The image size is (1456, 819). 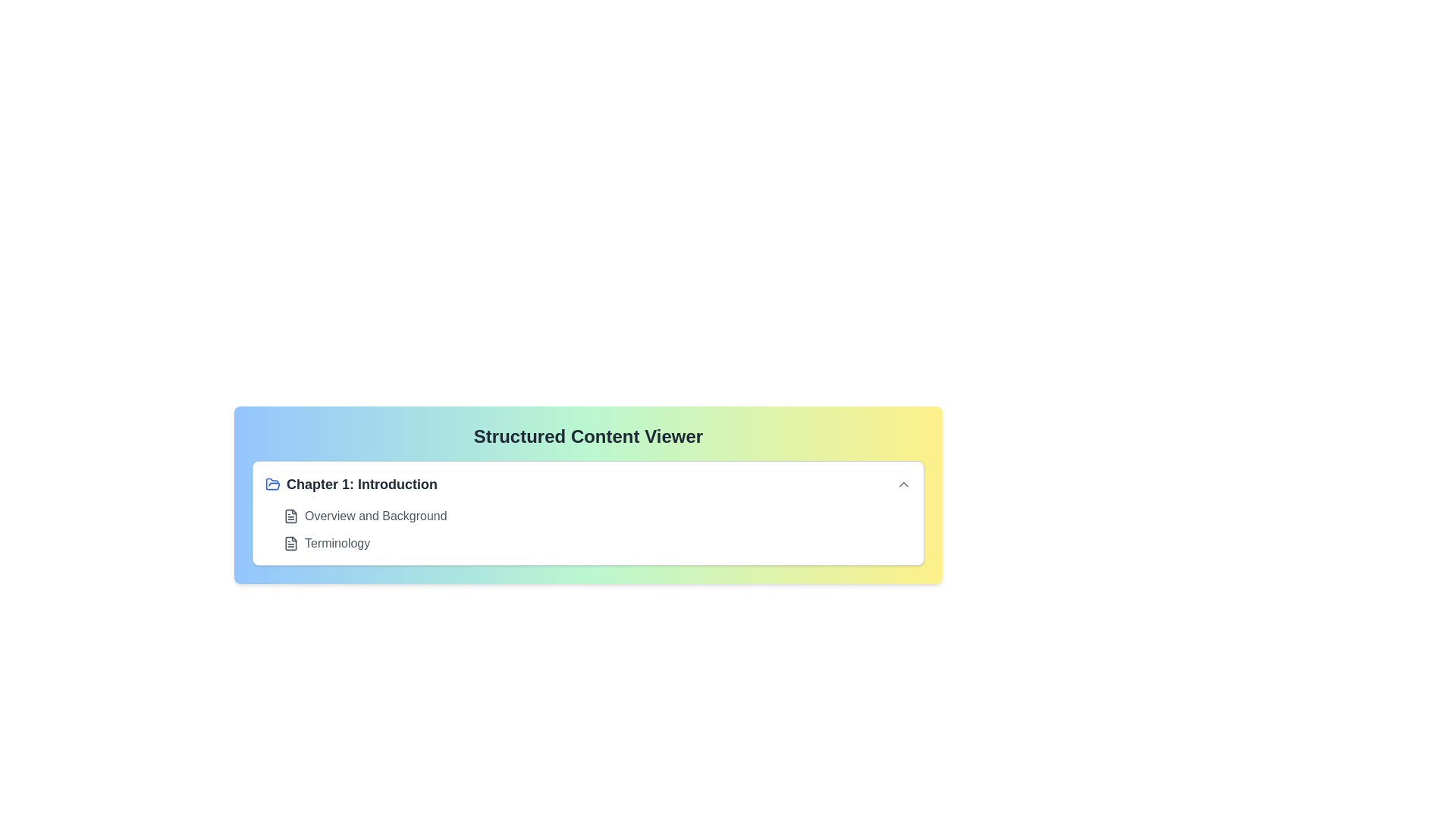 What do you see at coordinates (350, 485) in the screenshot?
I see `on the Section Header with Icon that organizes collapsible list items in the Structured Content Viewer` at bounding box center [350, 485].